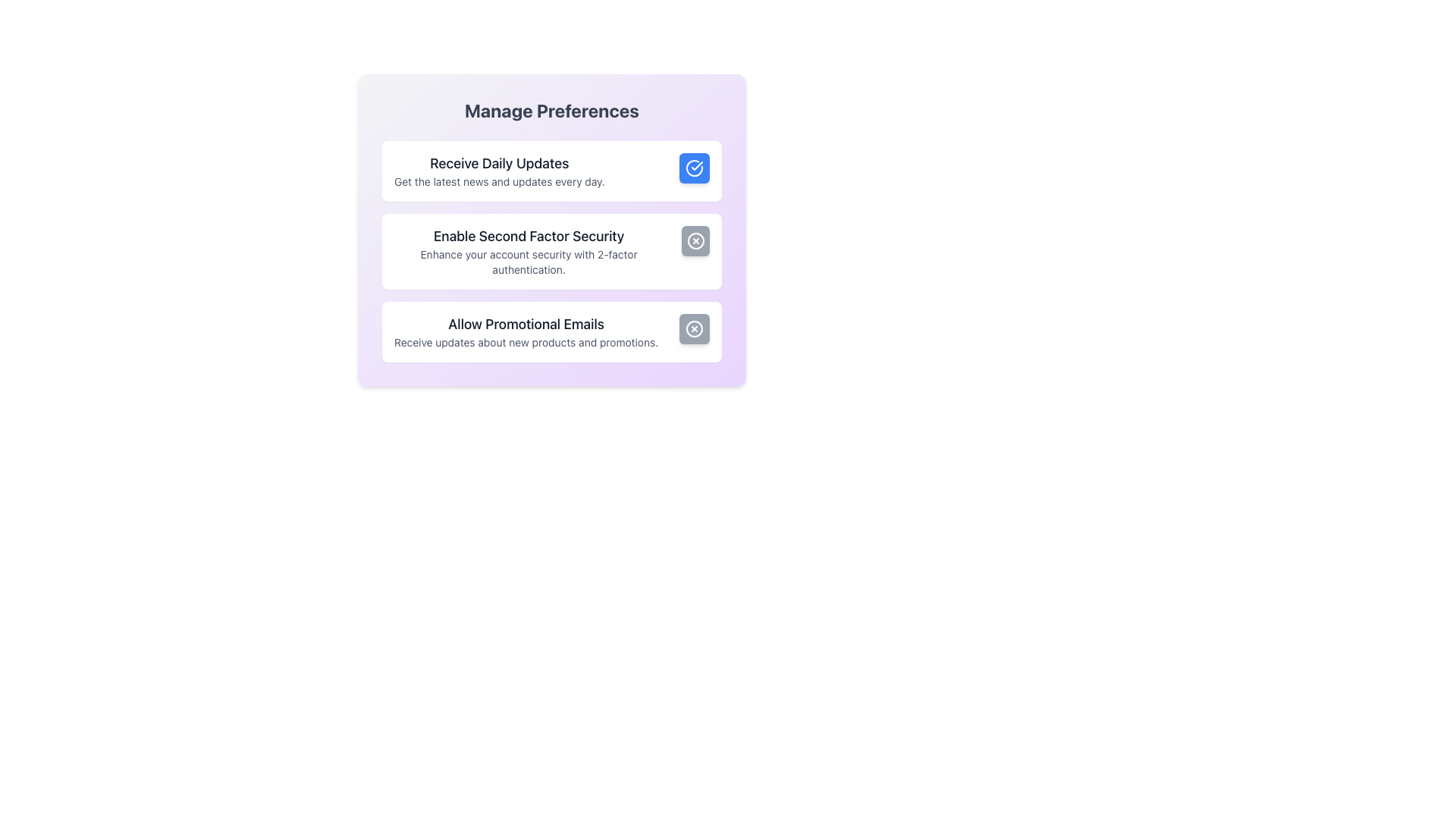 This screenshot has width=1456, height=819. Describe the element at coordinates (529, 262) in the screenshot. I see `descriptive text element that states 'Enhance your account security with 2-factor authentication.', which is located below the title 'Enable Second Factor Security' in the 'Manage Preferences' section` at that location.